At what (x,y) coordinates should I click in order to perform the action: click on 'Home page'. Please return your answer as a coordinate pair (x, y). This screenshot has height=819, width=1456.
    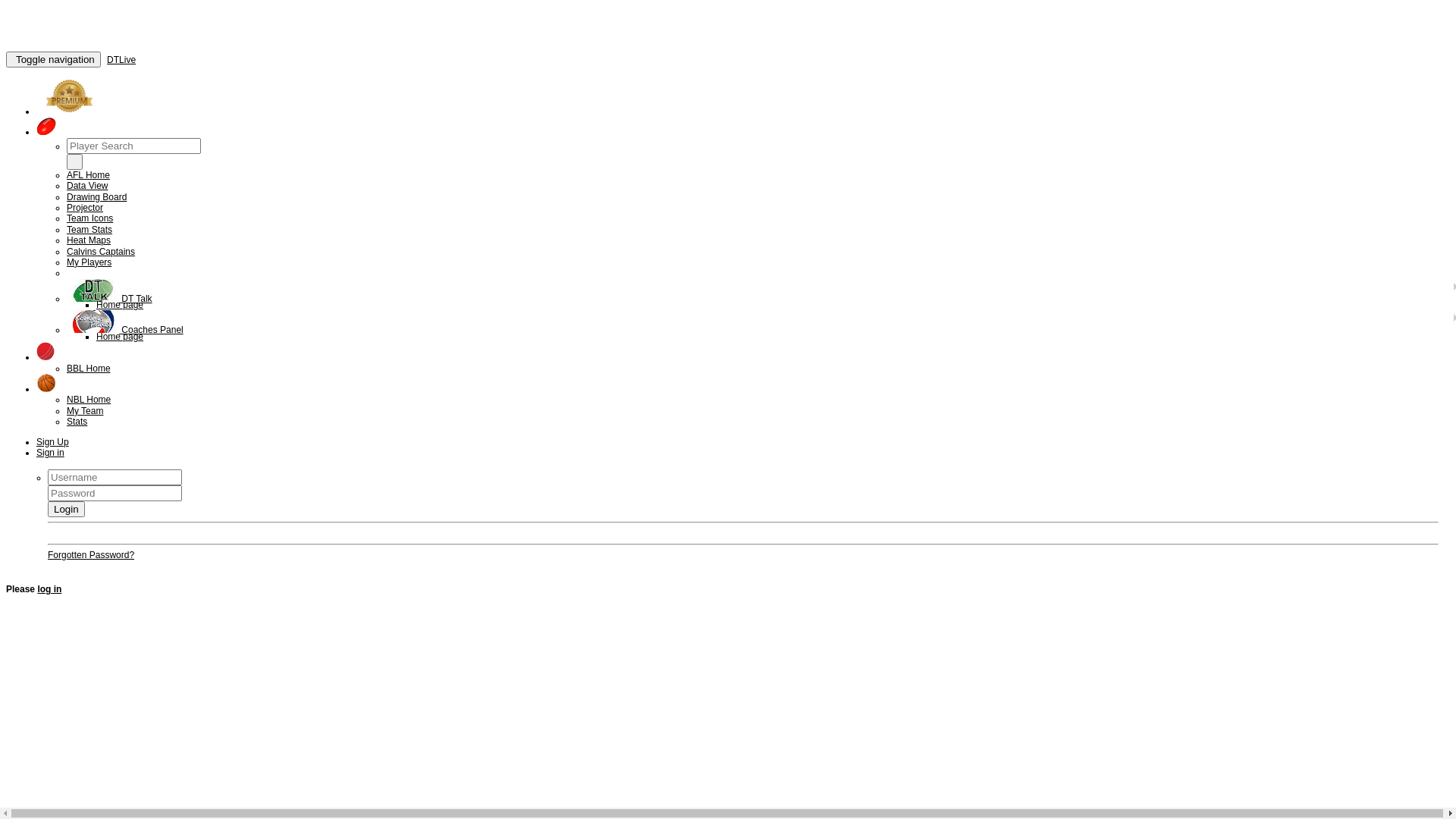
    Looking at the image, I should click on (119, 335).